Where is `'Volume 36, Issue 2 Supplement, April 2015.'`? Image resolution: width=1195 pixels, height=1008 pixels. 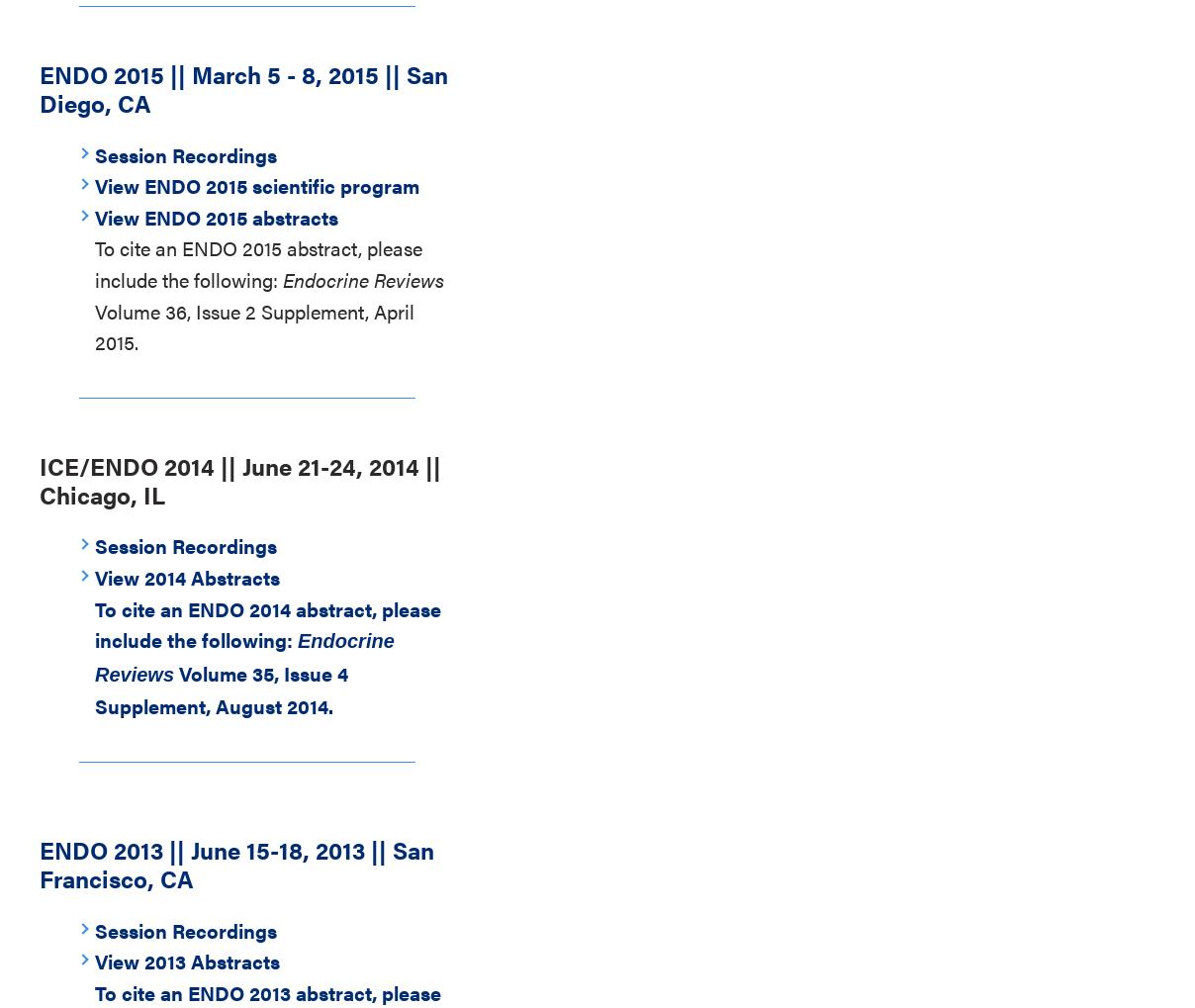
'Volume 36, Issue 2 Supplement, April 2015.' is located at coordinates (94, 325).